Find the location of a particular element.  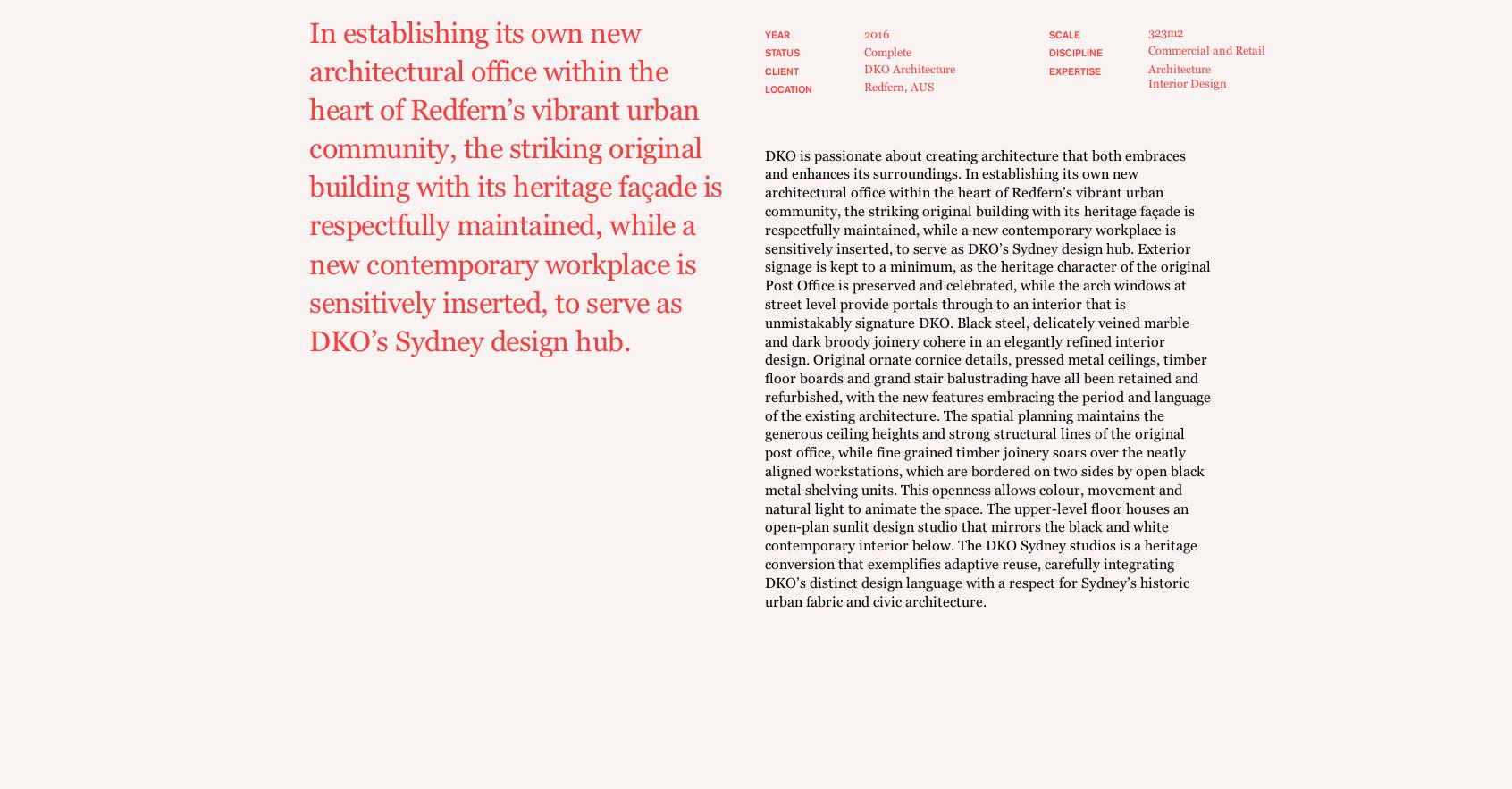

'DKO is passionate about creating architecture that both embraces and enhances its surroundings. In establishing its own new architectural office within the heart of Redfern’s vibrant urban community, the striking original building with its heritage façade is respectfully maintained, while a new contemporary workplace is sensitively inserted, to serve as DKO’s Sydney design hub. Exterior signage is kept to a minimum, as the heritage character of the original Post Office is preserved and celebrated, while the arch windows at street level provide portals through to an interior that is unmistakably signature DKO. Black steel, delicately veined marble and dark broody joinery cohere in an elegantly refined interior design. Original ornate cornice details, pressed metal ceilings, timber floor boards and grand stair balustrading have all been retained and refurbished, with the new features embracing the period and language of the existing architecture. The spatial planning maintains the generous ceiling heights and strong structural lines of the original post office, while fine grained timber joinery soars over the neatly aligned workstations, which are bordered on two sides by open black metal shelving units. This openness allows colour, movement and natural light to animate the space. The upper-level floor houses an open-plan sunlit design studio that mirrors the black and white contemporary interior below. The DKO Sydney studios is a heritage conversion that exemplifies adaptive reuse, carefully integrating DKO’s distinct design language with a respect for Sydney’s historic urban fabric and civic architecture.' is located at coordinates (987, 377).